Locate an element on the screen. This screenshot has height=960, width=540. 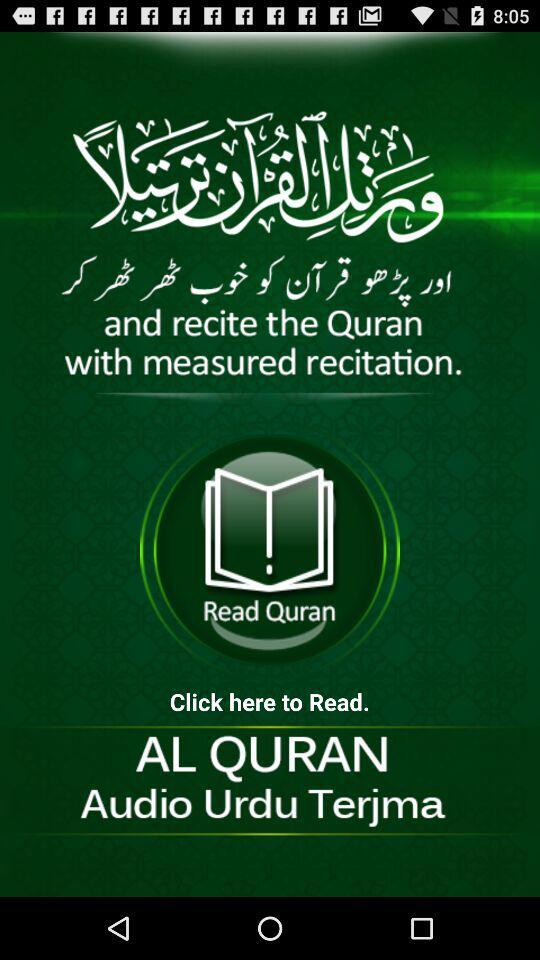
read is located at coordinates (270, 550).